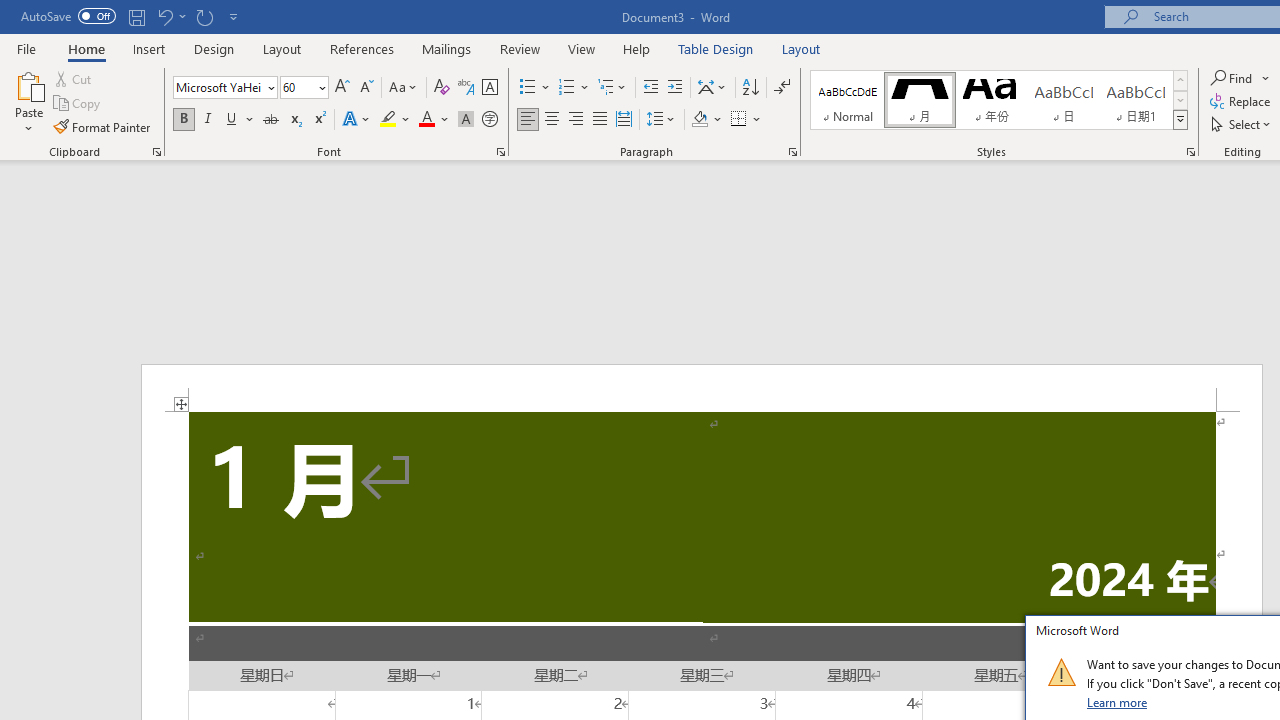 This screenshot has width=1280, height=720. What do you see at coordinates (598, 119) in the screenshot?
I see `'Justify'` at bounding box center [598, 119].